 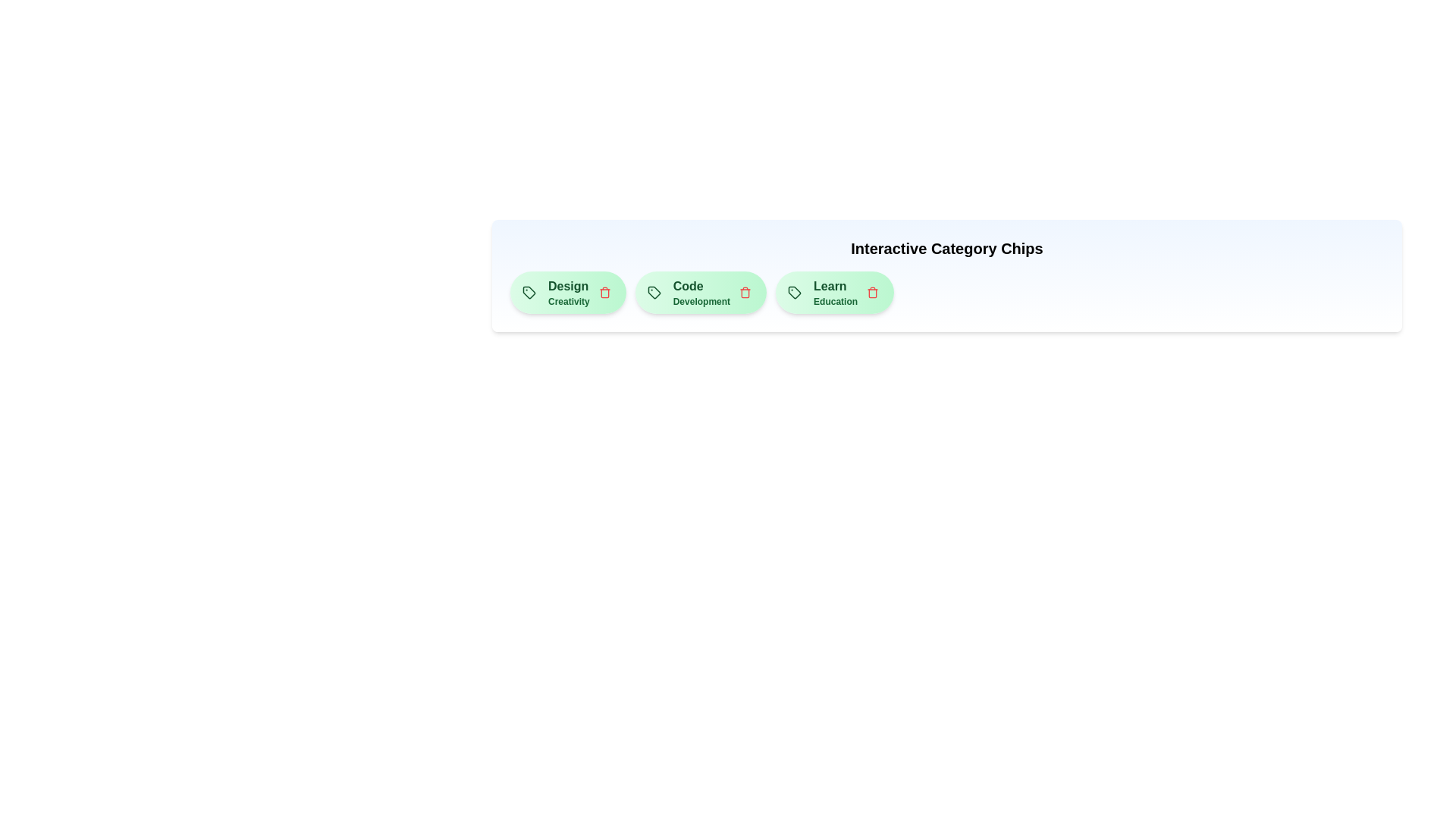 I want to click on the text of the chip labeled 'Design' to select it, so click(x=567, y=292).